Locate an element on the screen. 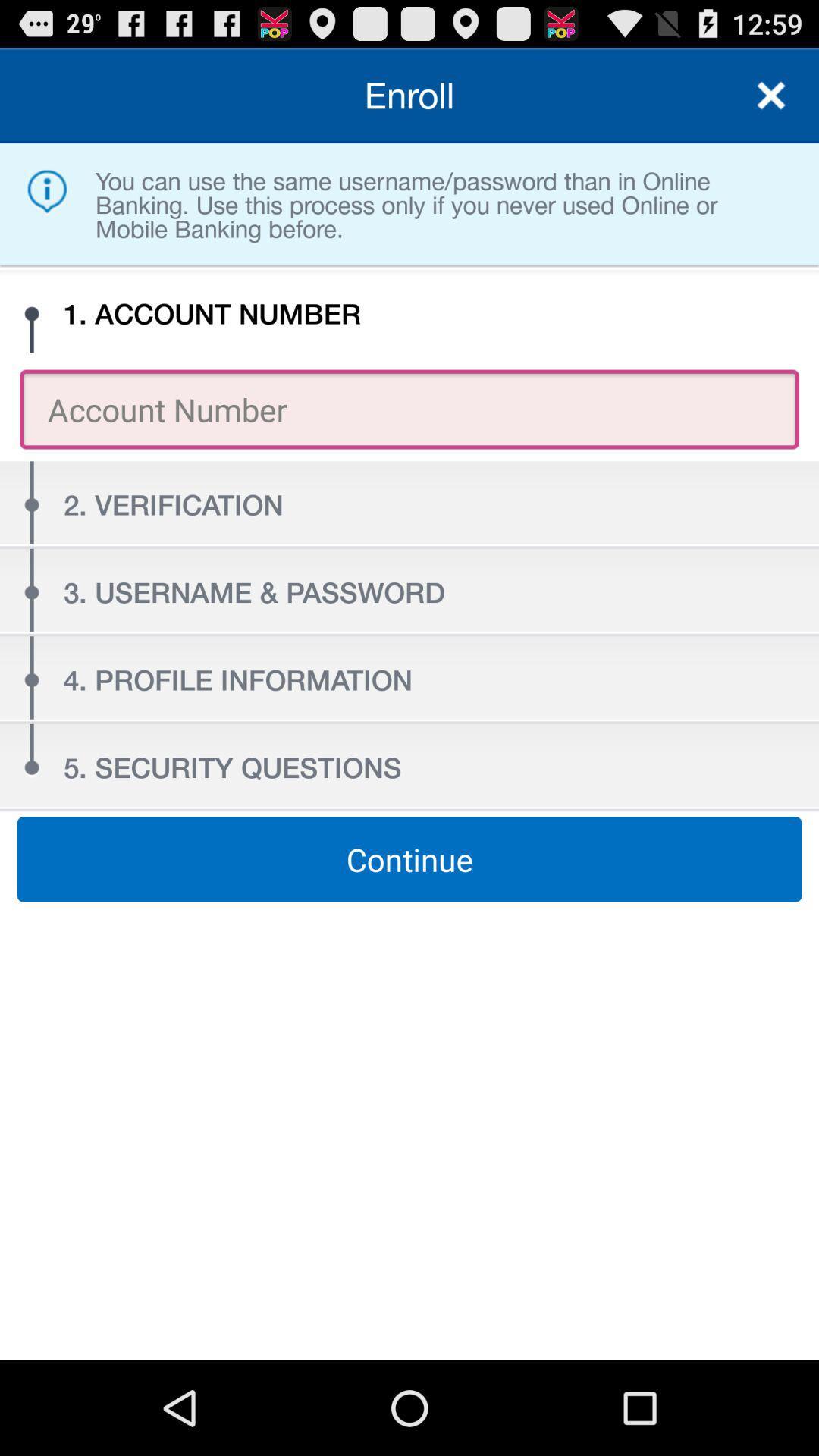  the item below the 1. account number icon is located at coordinates (409, 409).